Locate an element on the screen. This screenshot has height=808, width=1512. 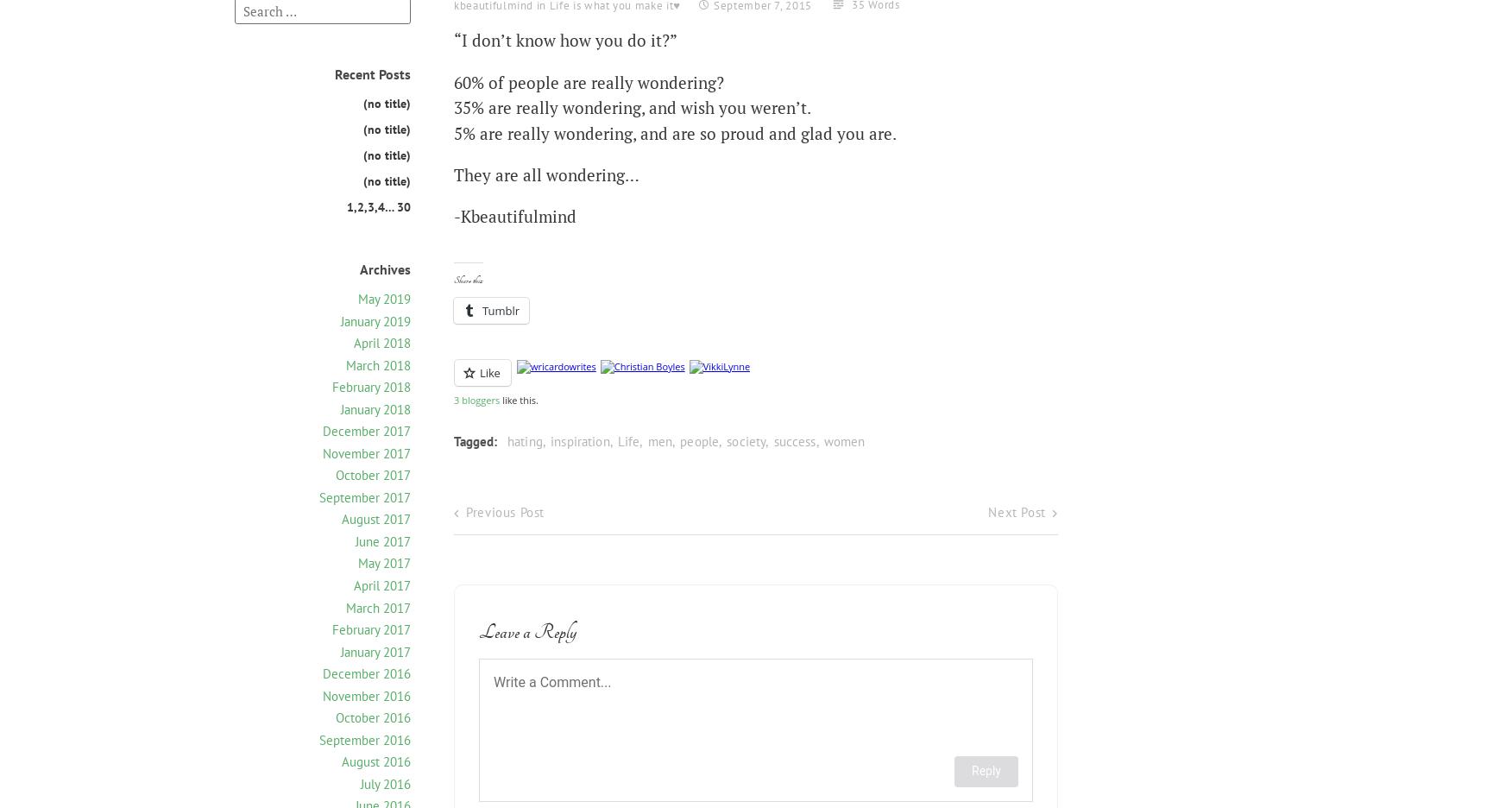
'Leave a Reply' is located at coordinates (529, 631).